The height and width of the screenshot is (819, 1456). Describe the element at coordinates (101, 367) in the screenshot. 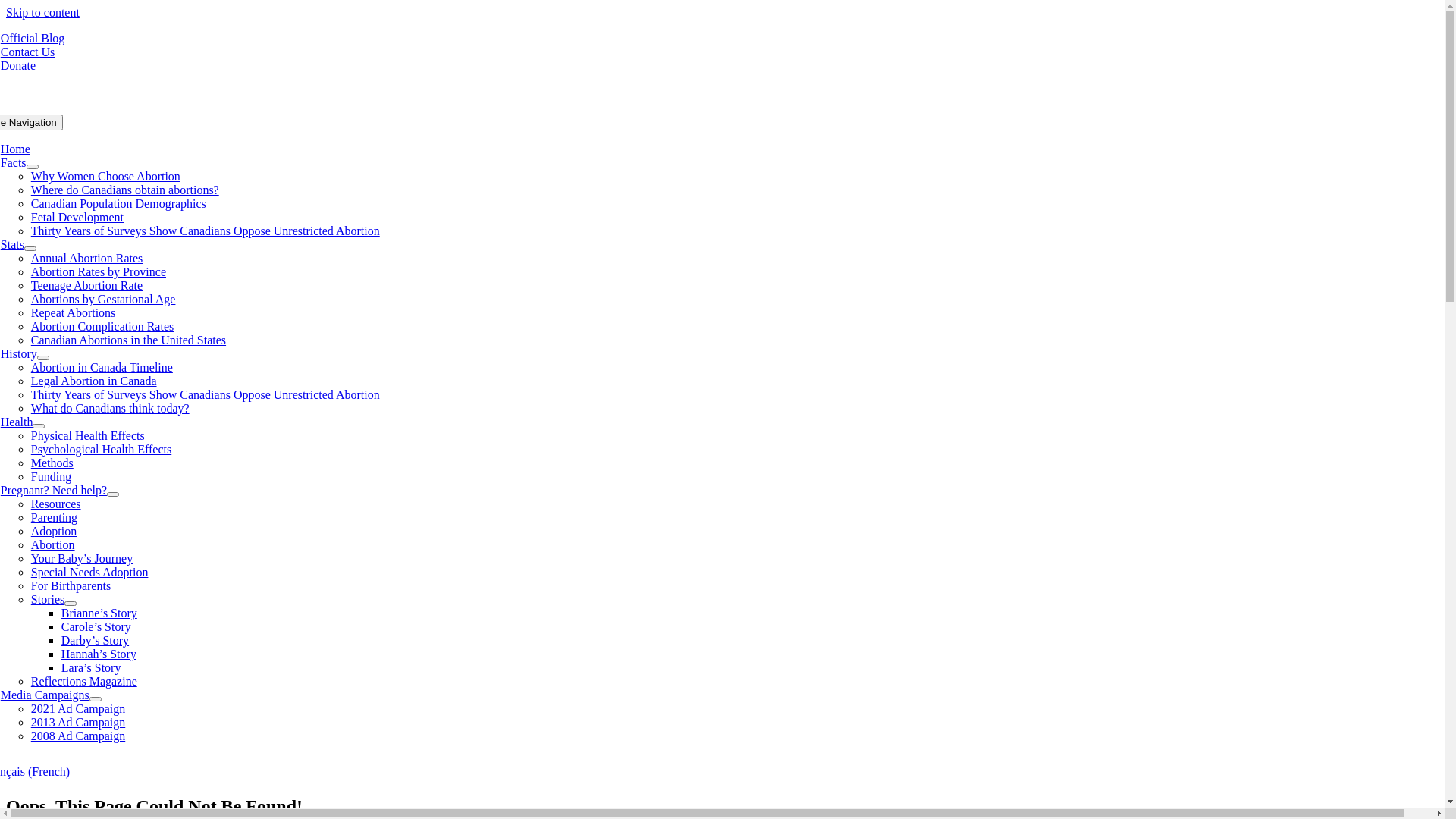

I see `'Abortion in Canada Timeline'` at that location.